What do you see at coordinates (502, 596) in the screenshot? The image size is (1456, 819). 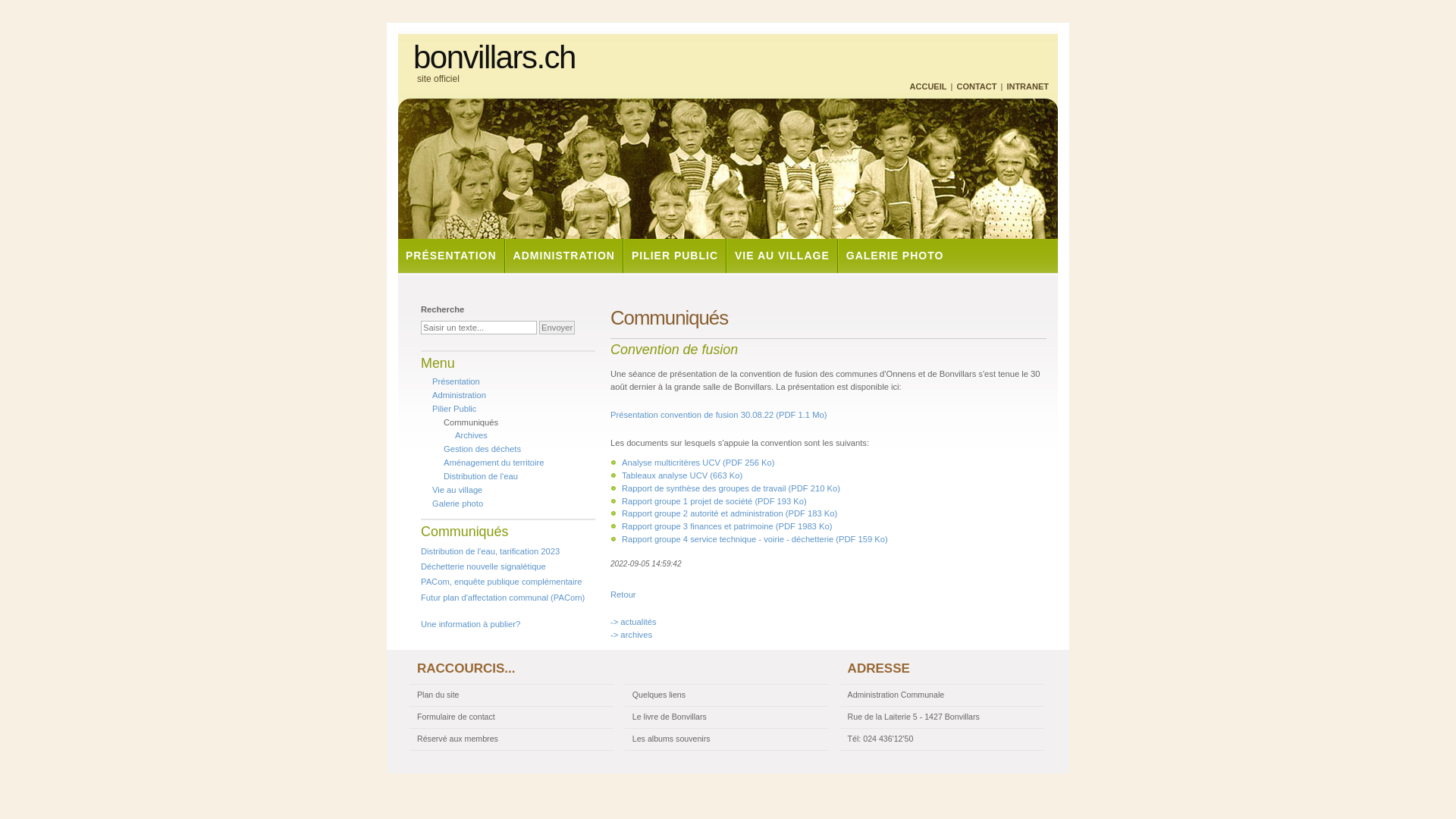 I see `'Futur plan d'affectation communal (PACom)'` at bounding box center [502, 596].